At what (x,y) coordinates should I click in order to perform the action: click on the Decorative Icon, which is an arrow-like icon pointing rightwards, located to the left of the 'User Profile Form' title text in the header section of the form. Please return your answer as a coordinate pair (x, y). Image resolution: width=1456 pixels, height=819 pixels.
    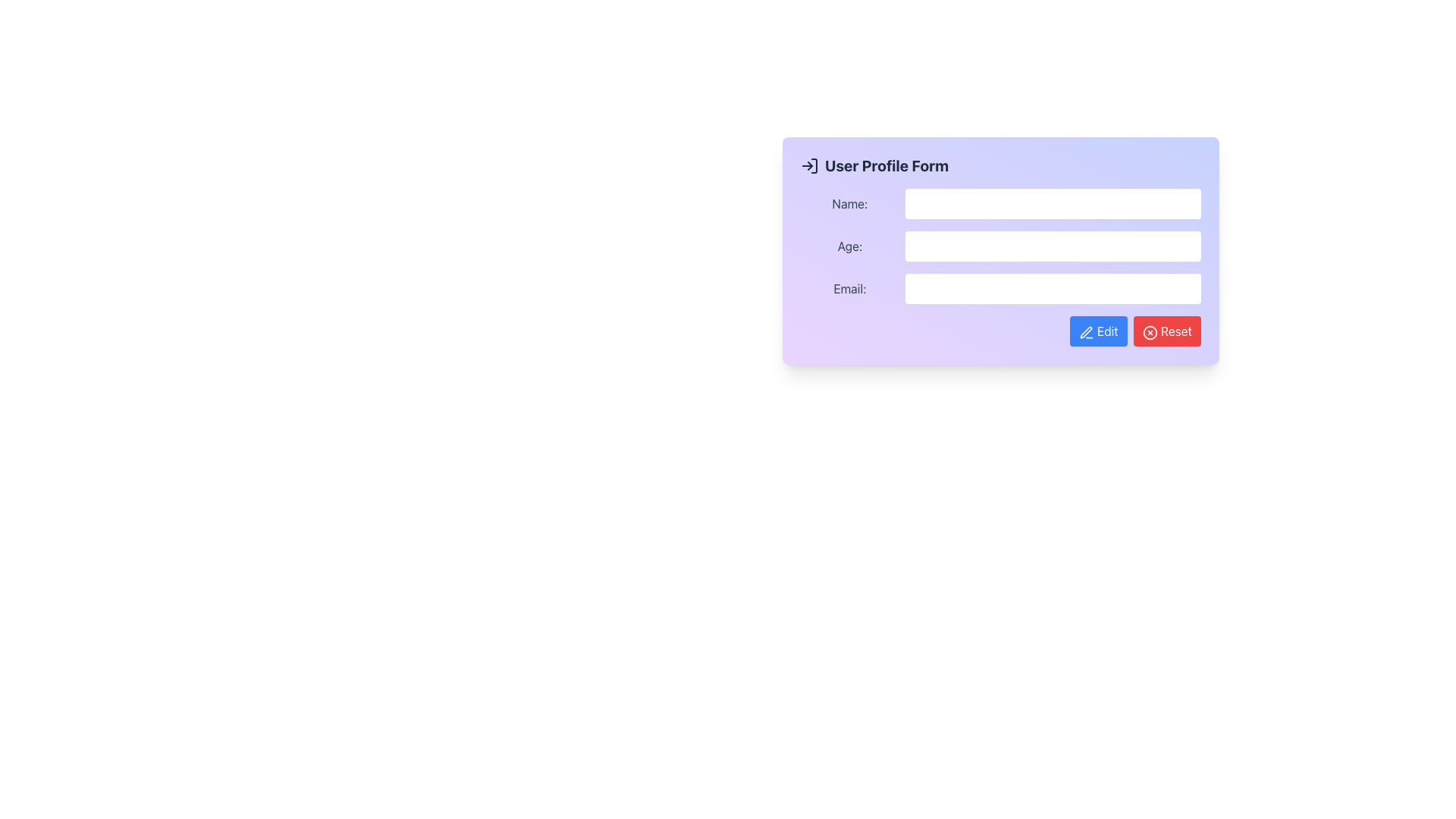
    Looking at the image, I should click on (809, 166).